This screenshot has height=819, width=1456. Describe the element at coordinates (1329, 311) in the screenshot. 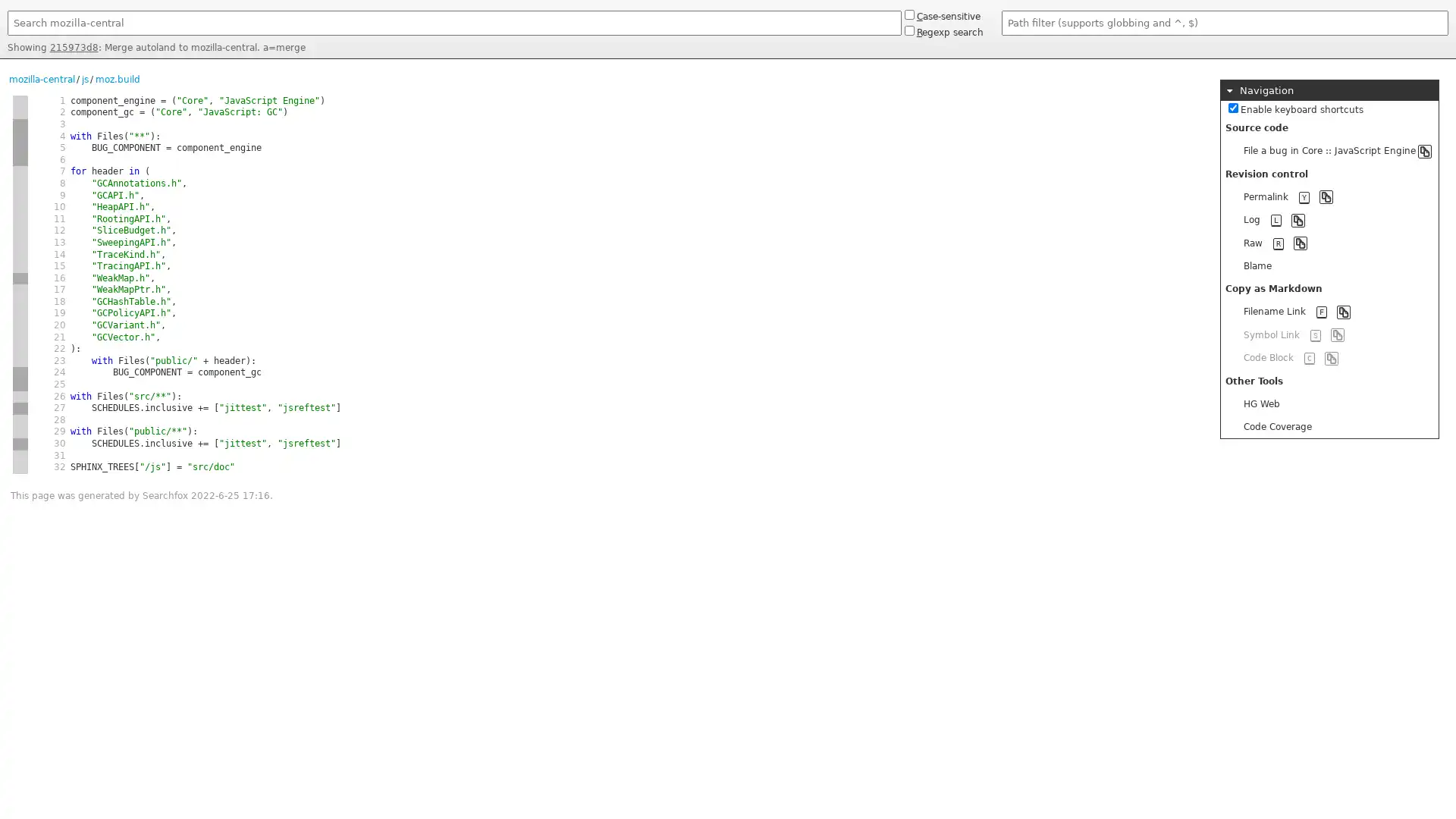

I see `Filename Link F` at that location.